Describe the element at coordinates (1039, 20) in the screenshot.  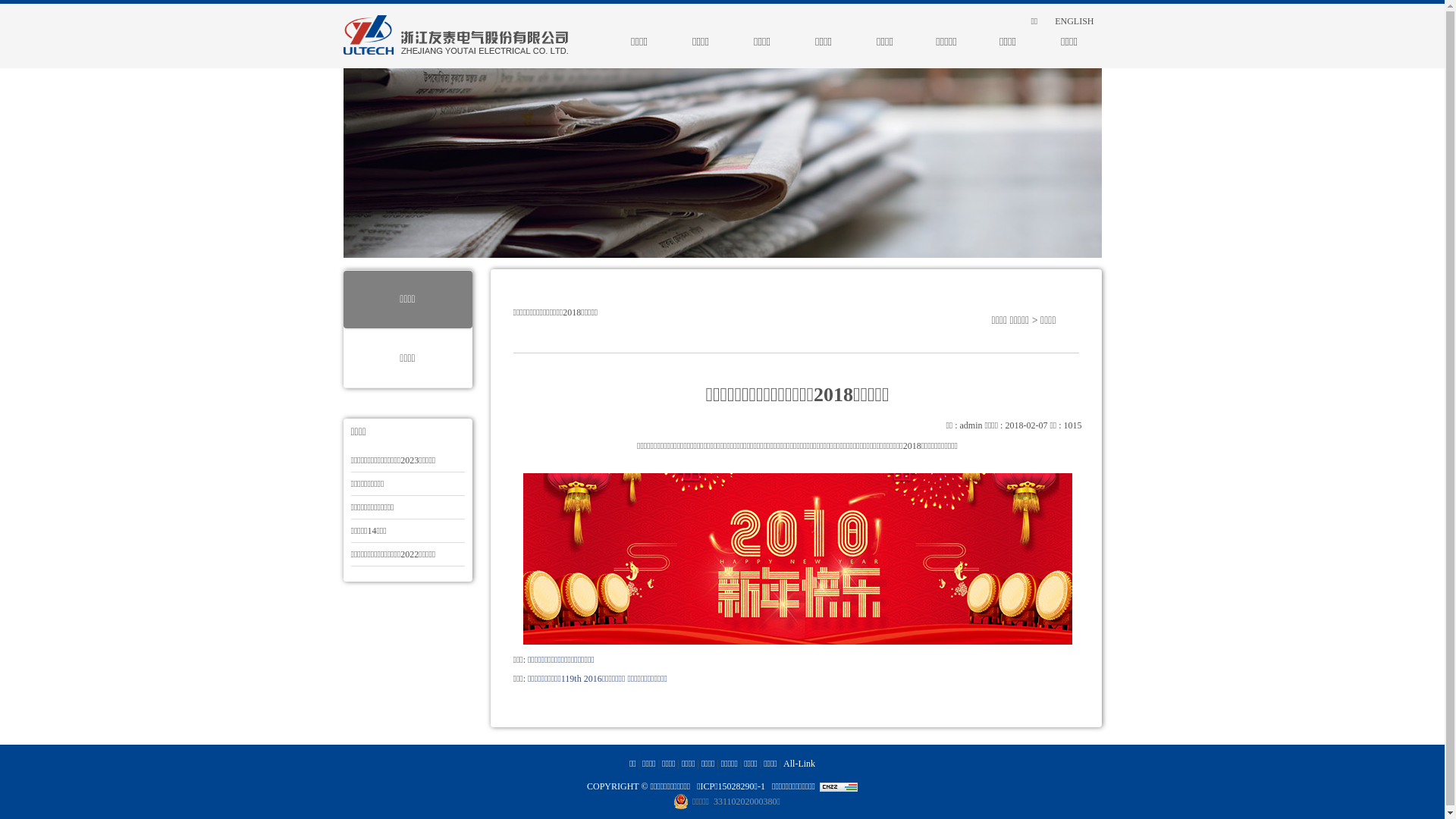
I see `'ENGLISH'` at that location.